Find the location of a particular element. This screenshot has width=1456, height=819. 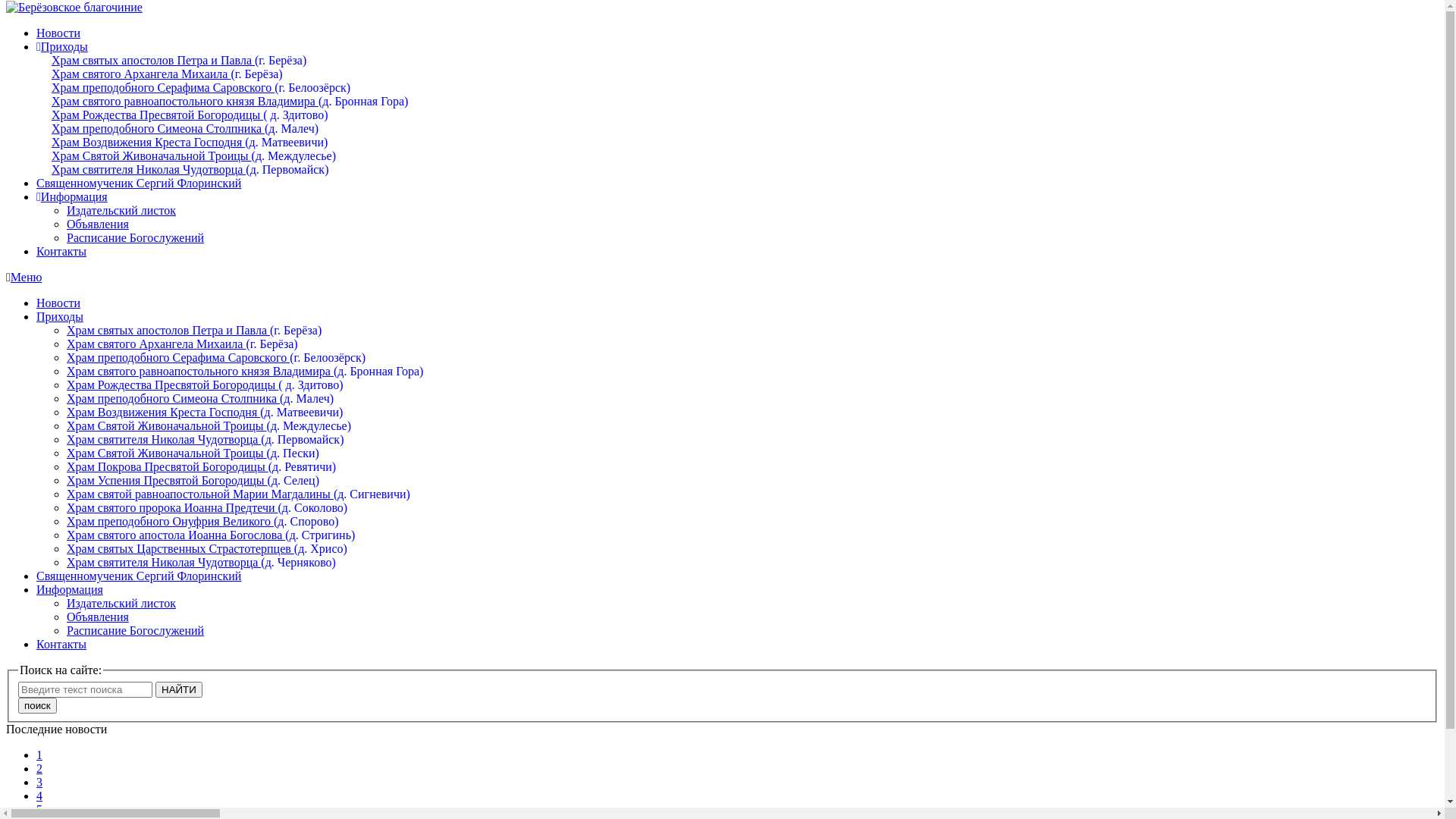

'1' is located at coordinates (39, 755).